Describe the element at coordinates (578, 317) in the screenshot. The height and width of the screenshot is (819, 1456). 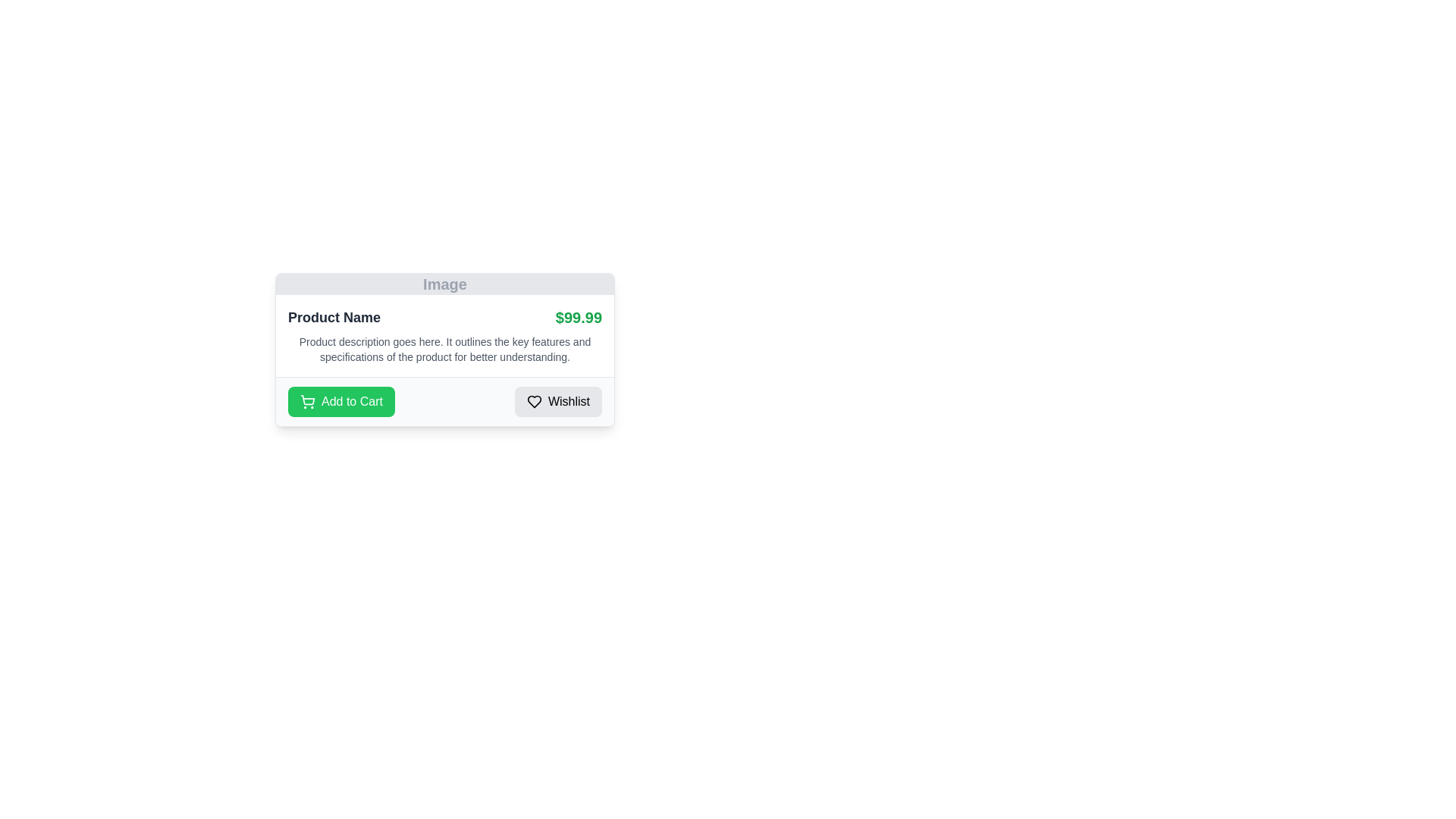
I see `text field displaying the price '$99.99' in green color, which is prominently styled with a larger font size and bold weight, located on the right side of the product name` at that location.